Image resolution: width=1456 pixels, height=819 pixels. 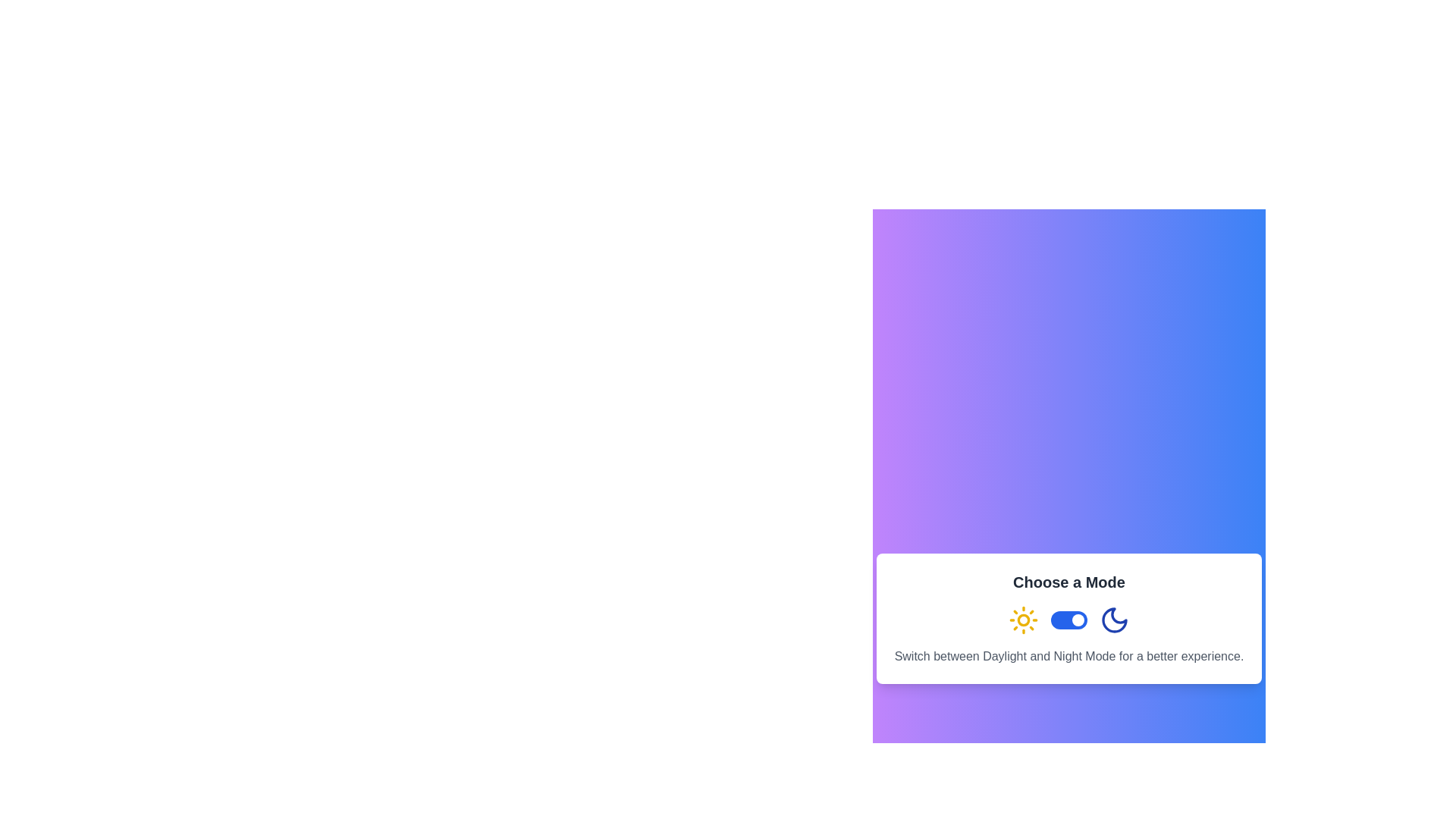 I want to click on the circular icon component located at the center of the sun icon within the 'Choose a Mode' interface section, so click(x=1023, y=620).